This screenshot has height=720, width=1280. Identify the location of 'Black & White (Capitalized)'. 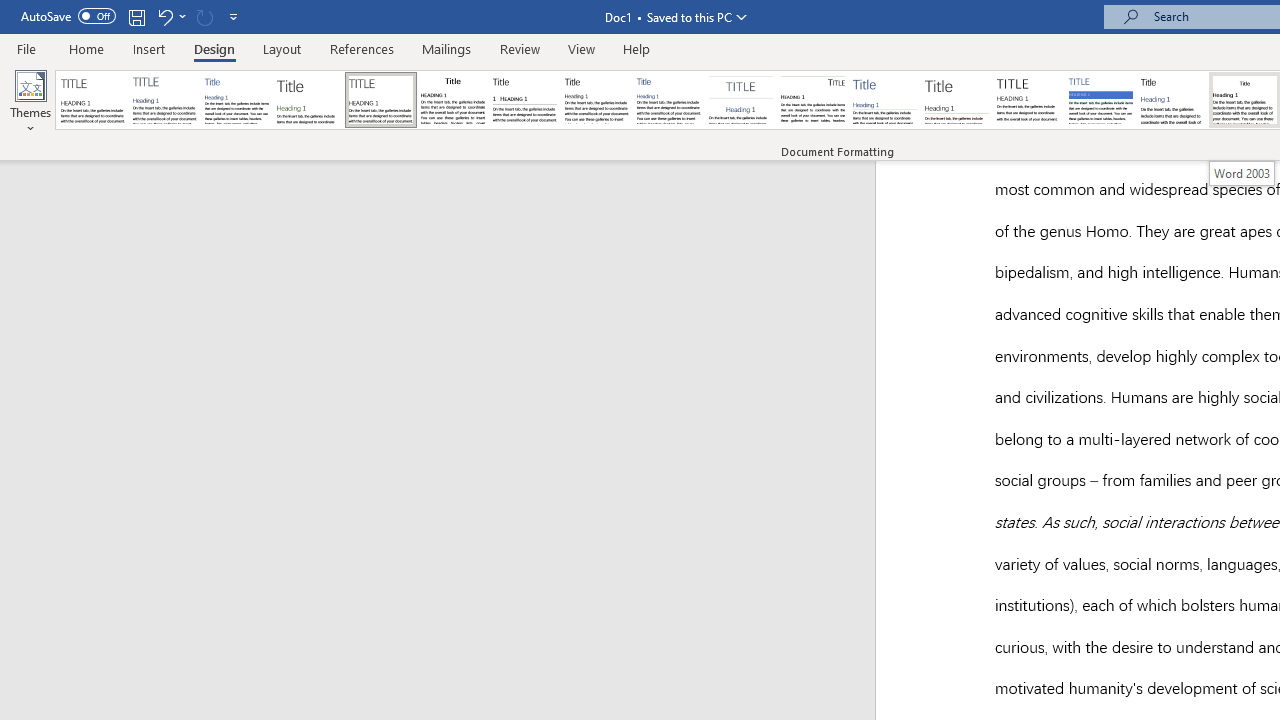
(381, 100).